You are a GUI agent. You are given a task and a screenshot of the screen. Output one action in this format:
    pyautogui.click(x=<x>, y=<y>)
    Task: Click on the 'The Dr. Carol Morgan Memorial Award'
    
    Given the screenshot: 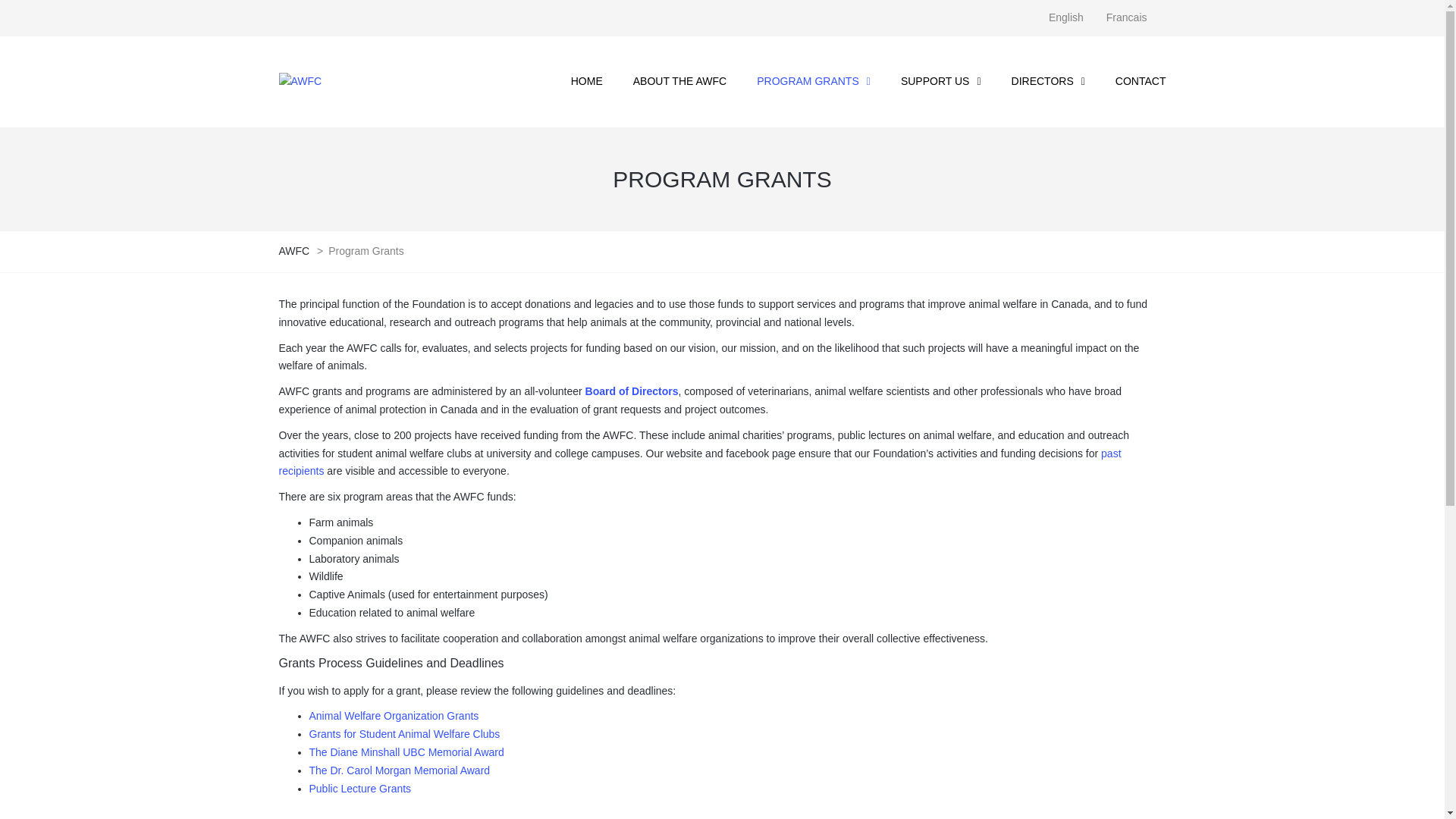 What is the action you would take?
    pyautogui.click(x=400, y=770)
    